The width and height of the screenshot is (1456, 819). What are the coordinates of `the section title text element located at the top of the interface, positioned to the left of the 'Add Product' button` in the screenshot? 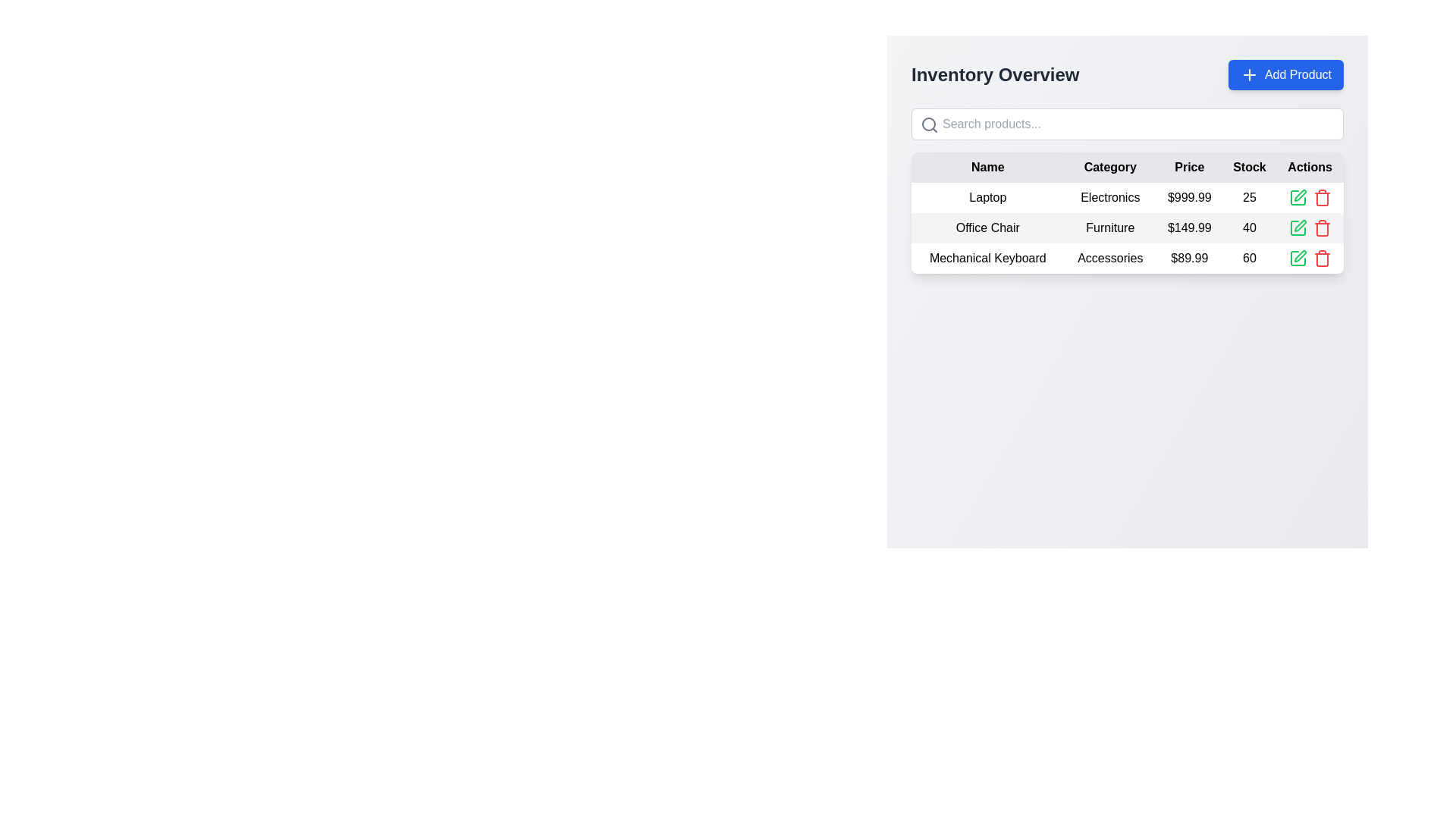 It's located at (995, 75).